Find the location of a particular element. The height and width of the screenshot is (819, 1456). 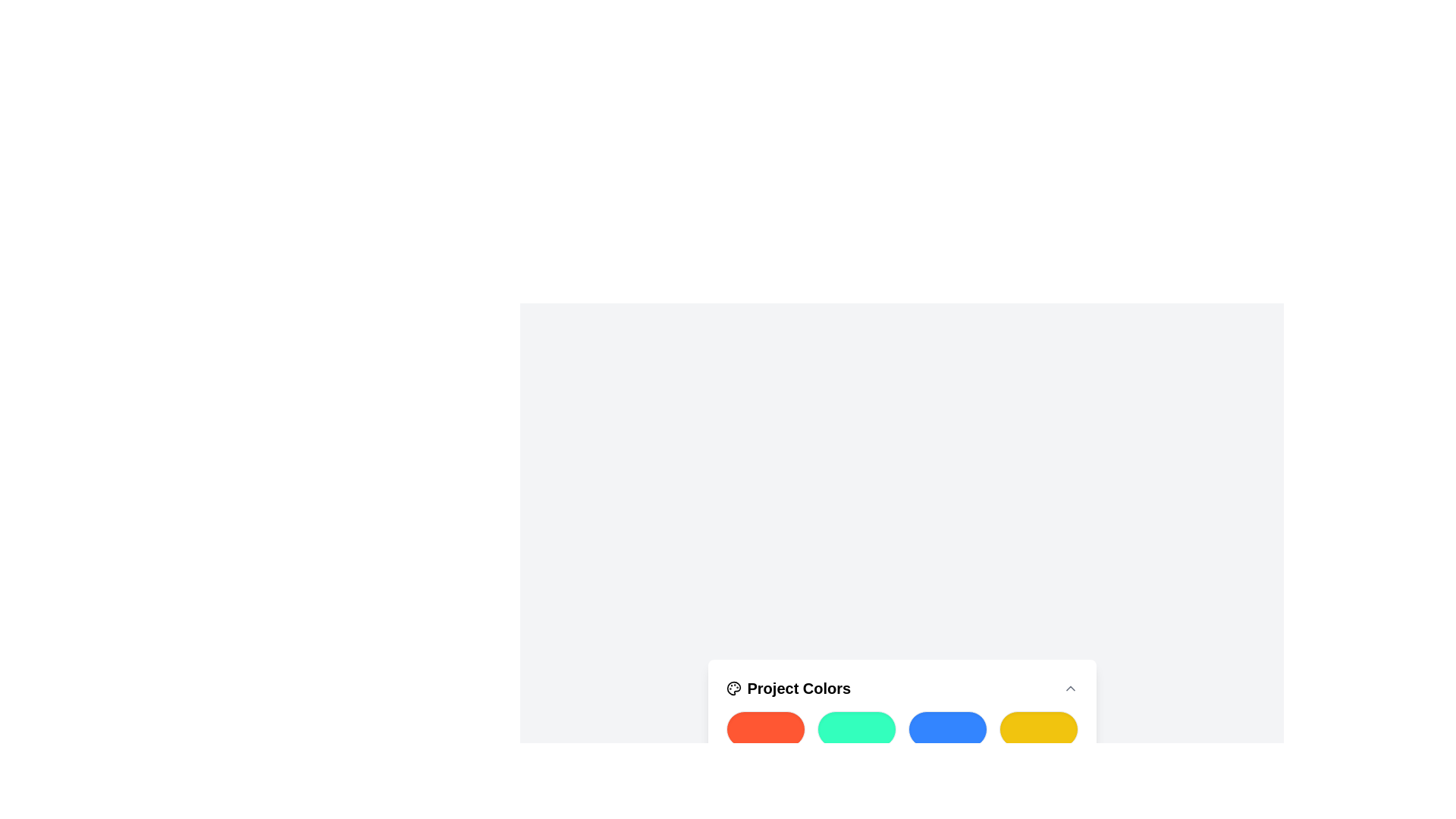

the static Text element with inline icon that serves as a header for the section indicating 'Project Colors' is located at coordinates (788, 688).